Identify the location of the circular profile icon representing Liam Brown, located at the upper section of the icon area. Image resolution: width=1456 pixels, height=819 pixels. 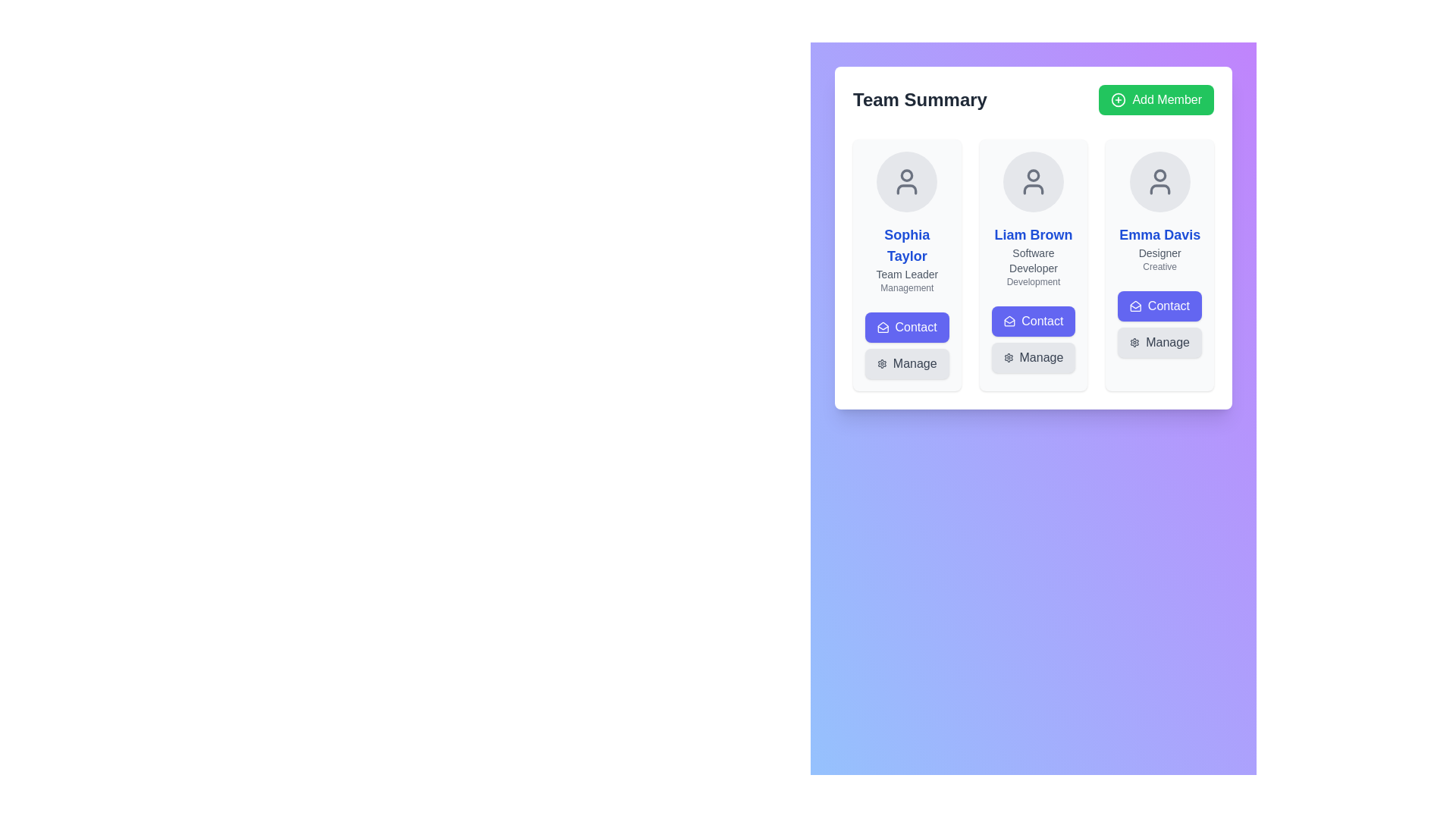
(1033, 174).